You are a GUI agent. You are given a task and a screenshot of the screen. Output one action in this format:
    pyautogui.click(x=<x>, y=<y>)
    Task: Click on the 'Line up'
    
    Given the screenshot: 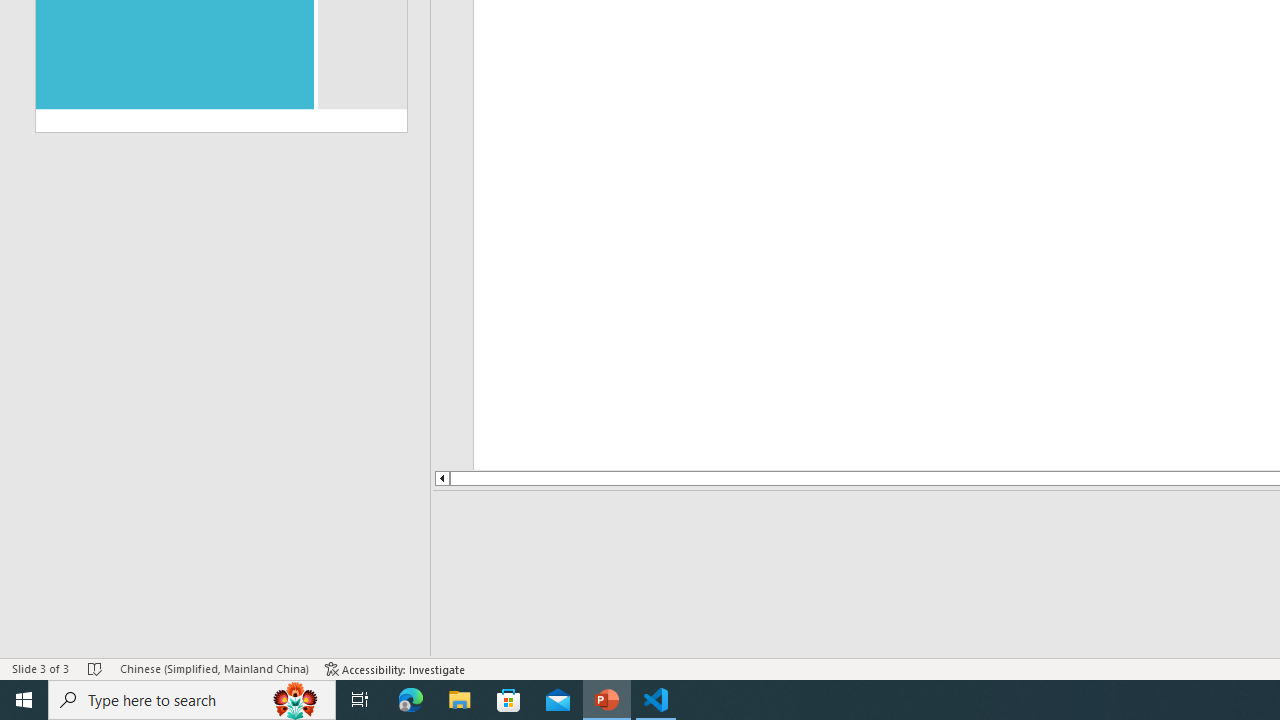 What is the action you would take?
    pyautogui.click(x=440, y=478)
    